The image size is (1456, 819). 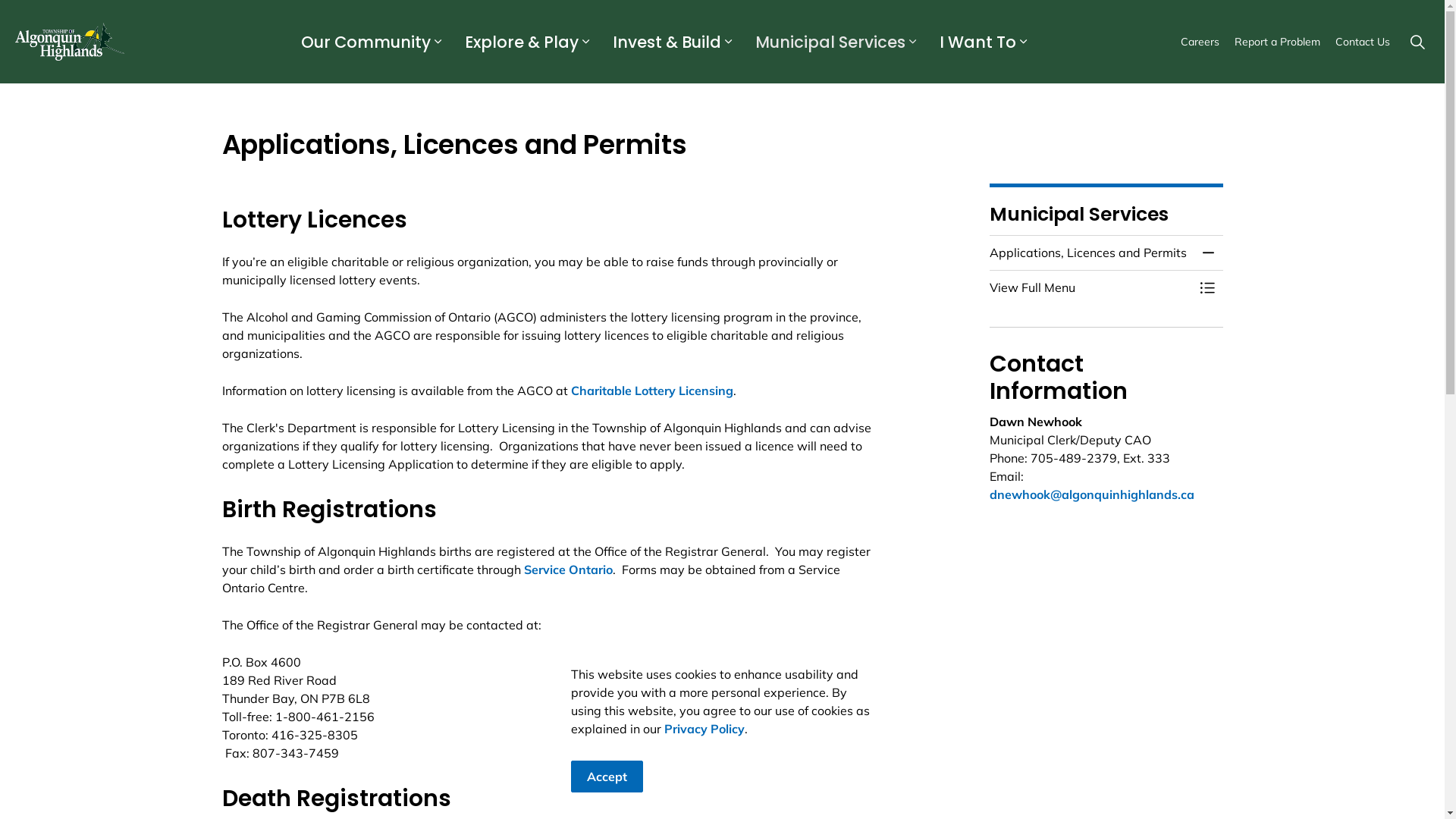 What do you see at coordinates (364, 40) in the screenshot?
I see `'Our Community'` at bounding box center [364, 40].